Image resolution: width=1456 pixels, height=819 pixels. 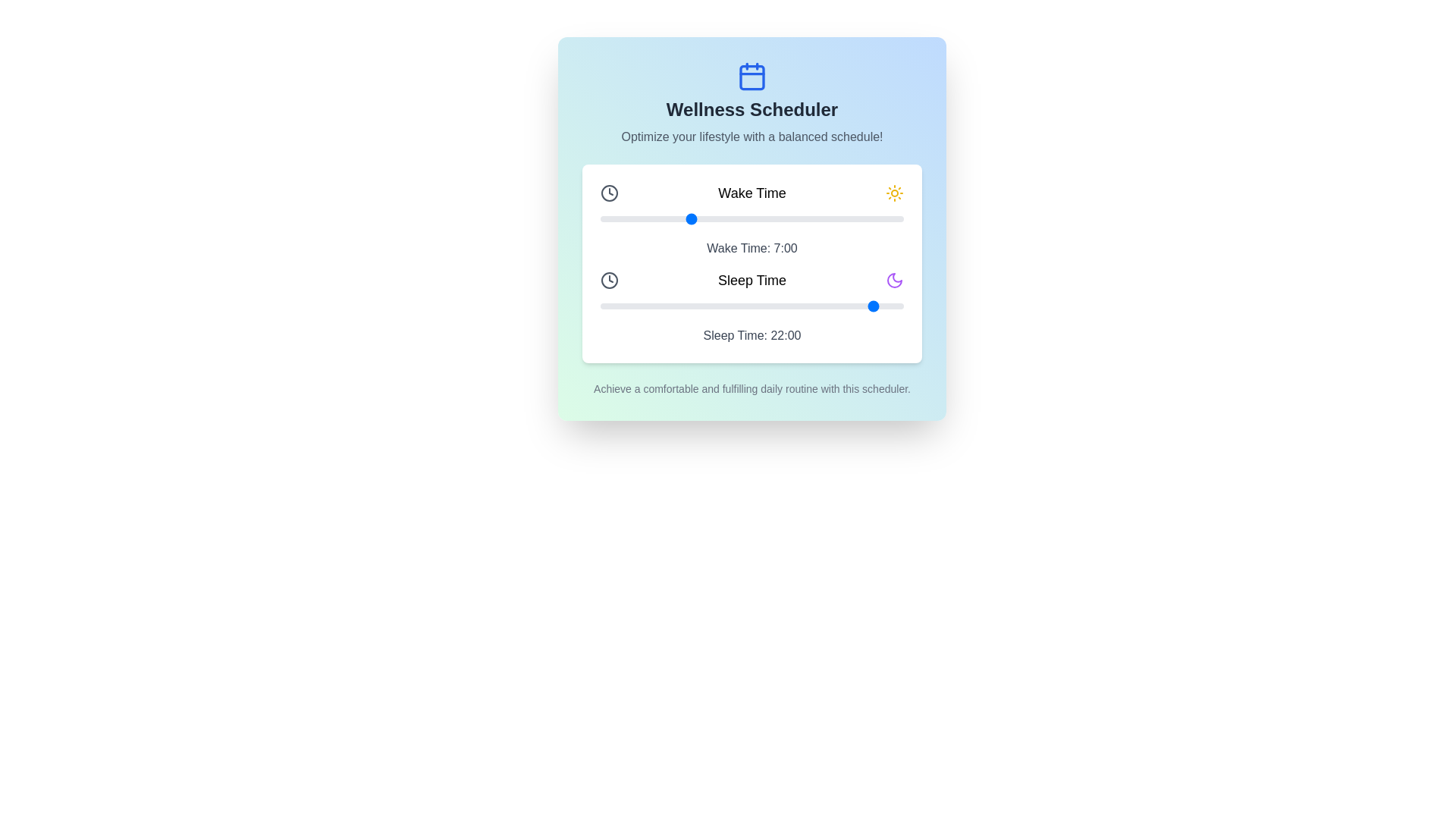 What do you see at coordinates (752, 262) in the screenshot?
I see `the Interactive Section containing sliders and textual labels that allows users to adjust daily scheduling parameters for wake and sleep times, located in the lower part of the white rounded rectangular card below the title 'Wellness Scheduler'` at bounding box center [752, 262].